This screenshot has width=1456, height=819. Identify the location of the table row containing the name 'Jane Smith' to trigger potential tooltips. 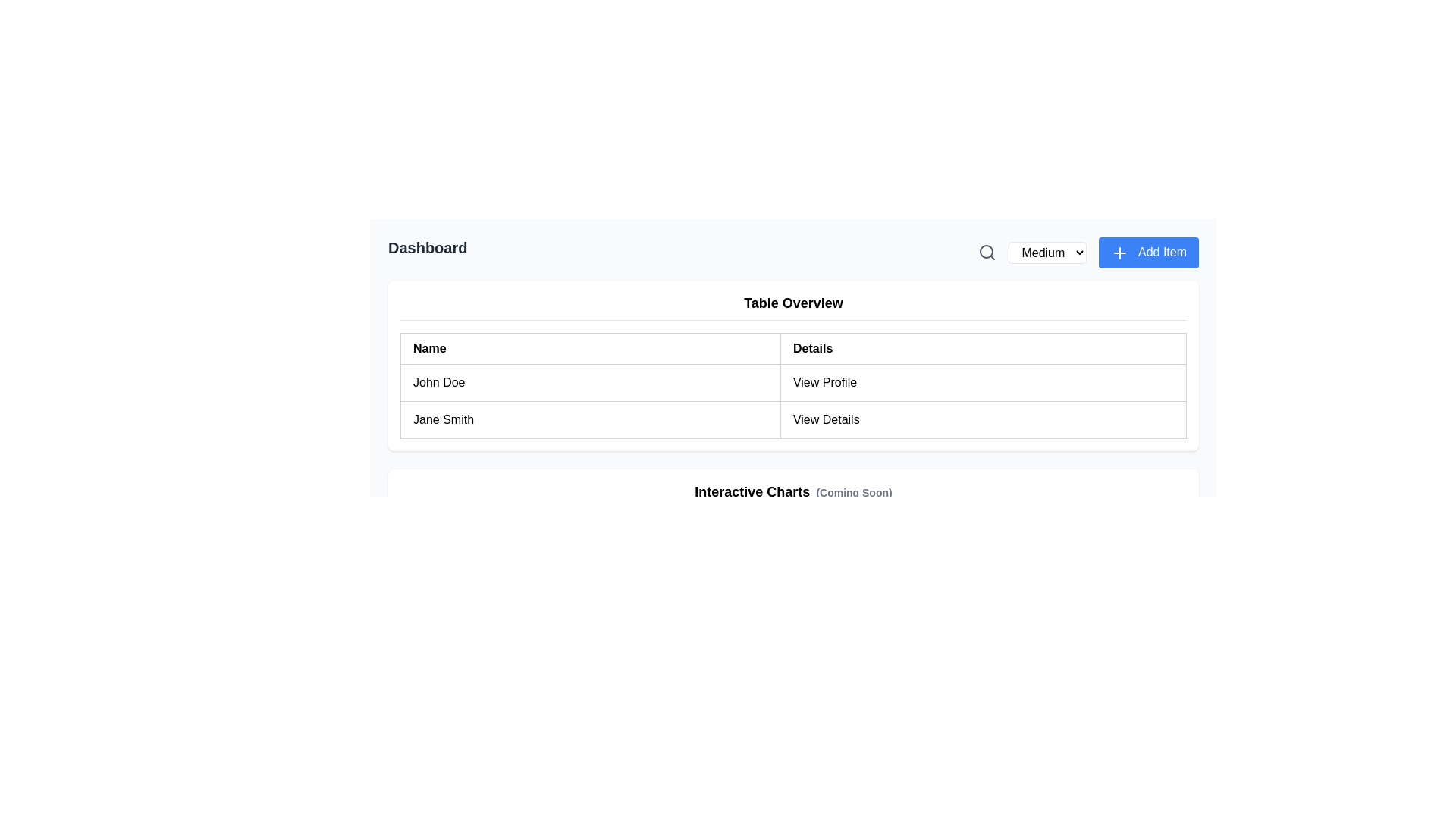
(792, 419).